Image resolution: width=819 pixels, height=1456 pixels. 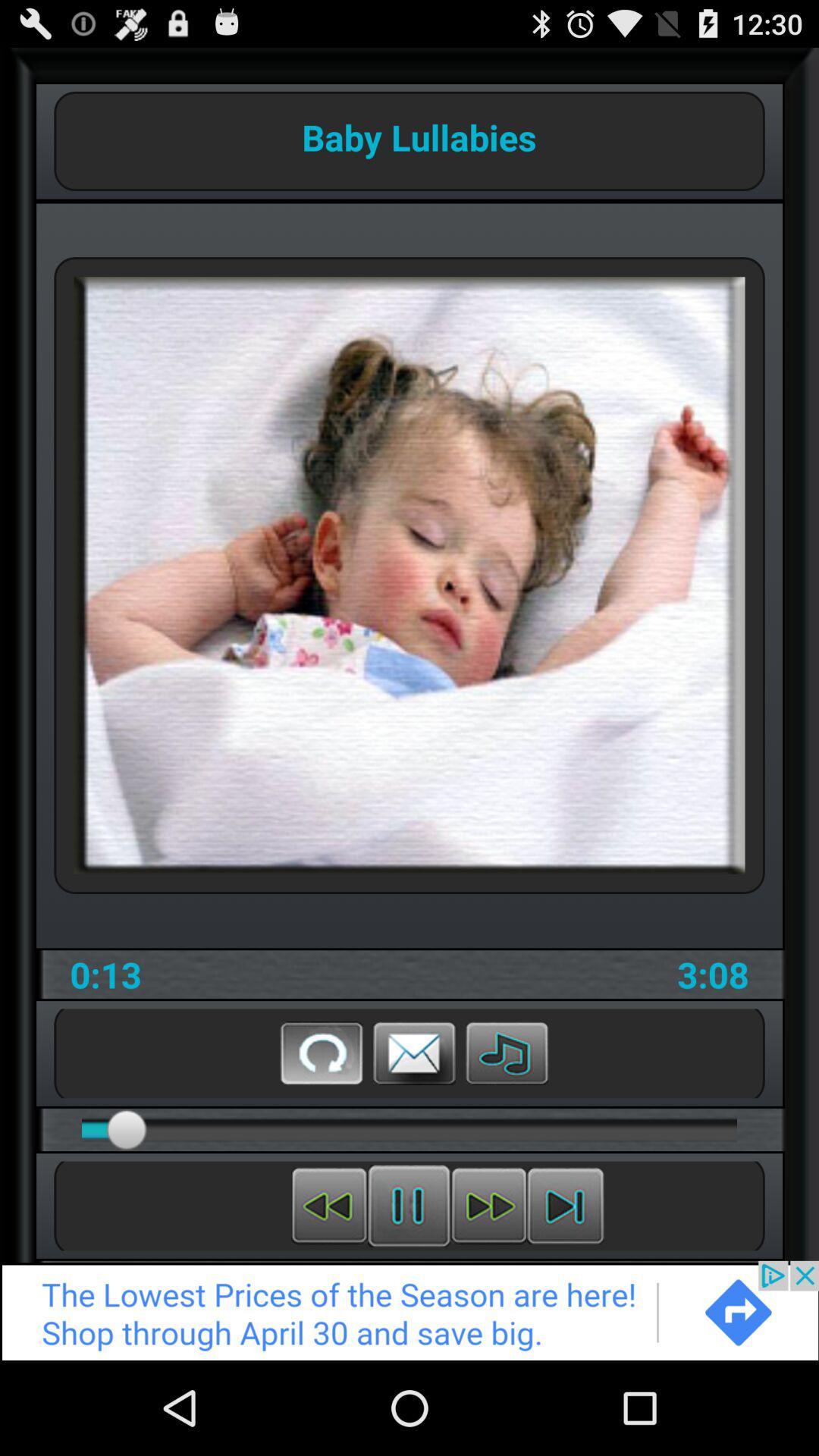 What do you see at coordinates (565, 1205) in the screenshot?
I see `next song` at bounding box center [565, 1205].